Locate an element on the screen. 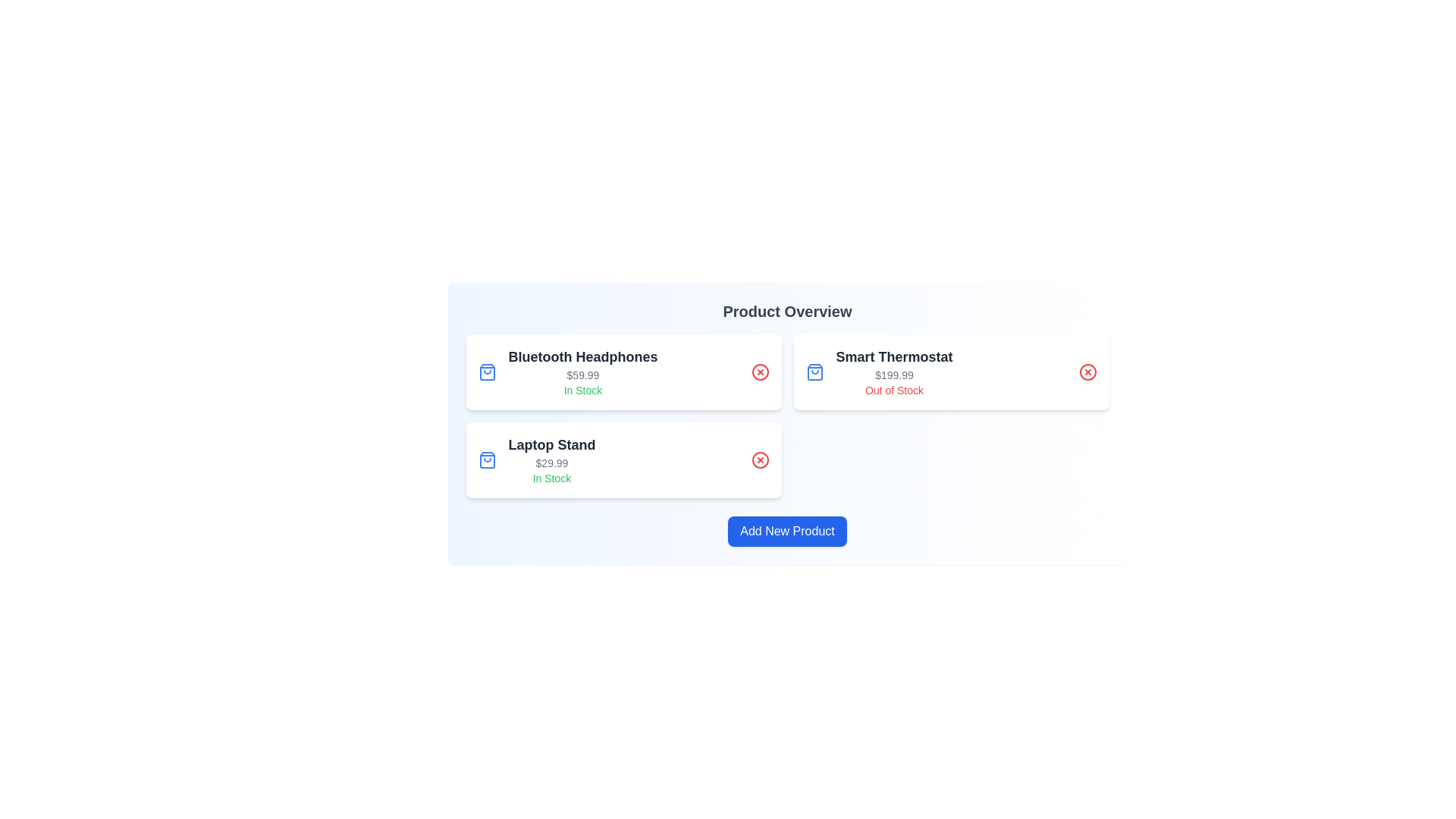  the 'Add New Product' button is located at coordinates (786, 531).